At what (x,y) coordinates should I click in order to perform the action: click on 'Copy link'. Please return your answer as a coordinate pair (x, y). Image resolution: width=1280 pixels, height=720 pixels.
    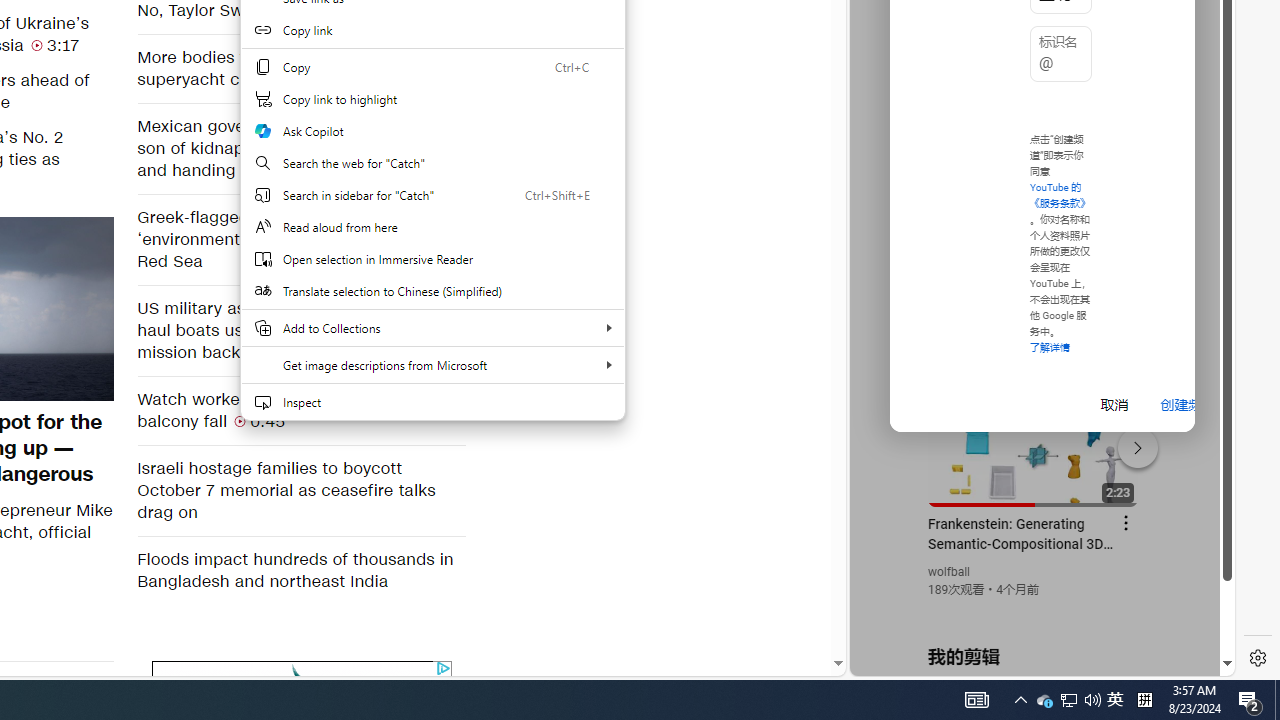
    Looking at the image, I should click on (431, 29).